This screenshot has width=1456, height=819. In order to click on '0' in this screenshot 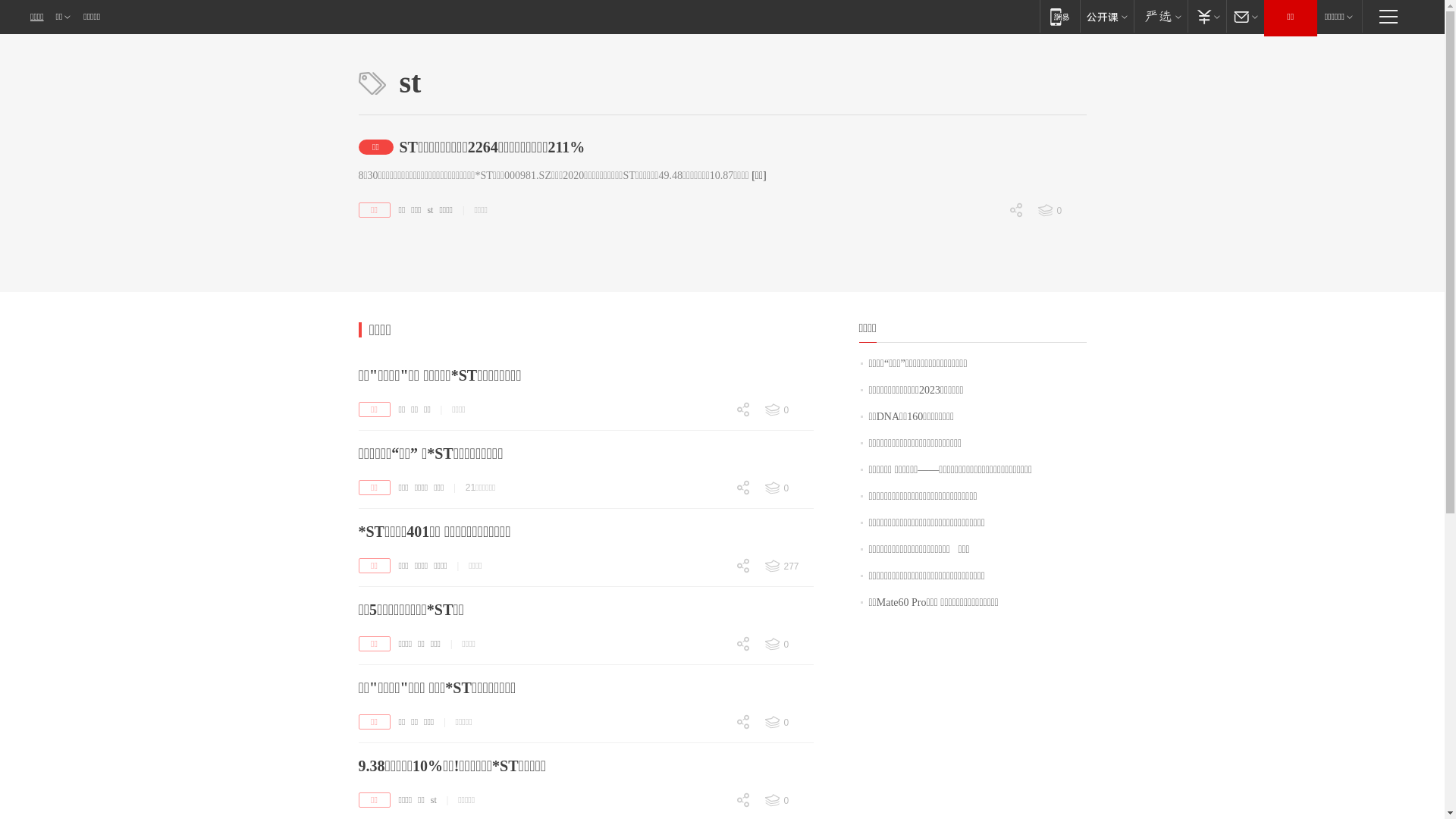, I will do `click(673, 591)`.